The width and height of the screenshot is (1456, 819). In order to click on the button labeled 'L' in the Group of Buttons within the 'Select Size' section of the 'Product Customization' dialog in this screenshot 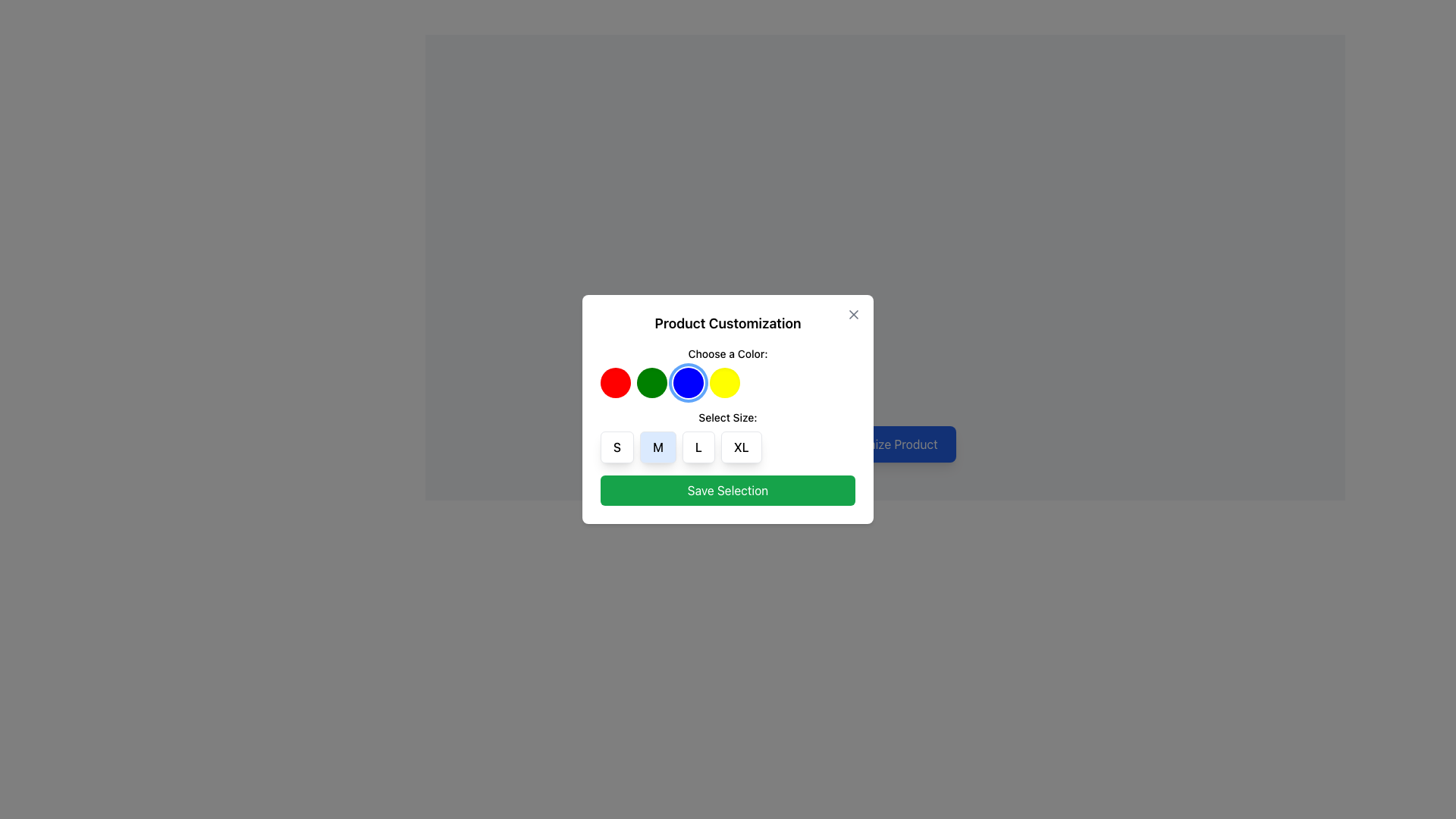, I will do `click(728, 447)`.